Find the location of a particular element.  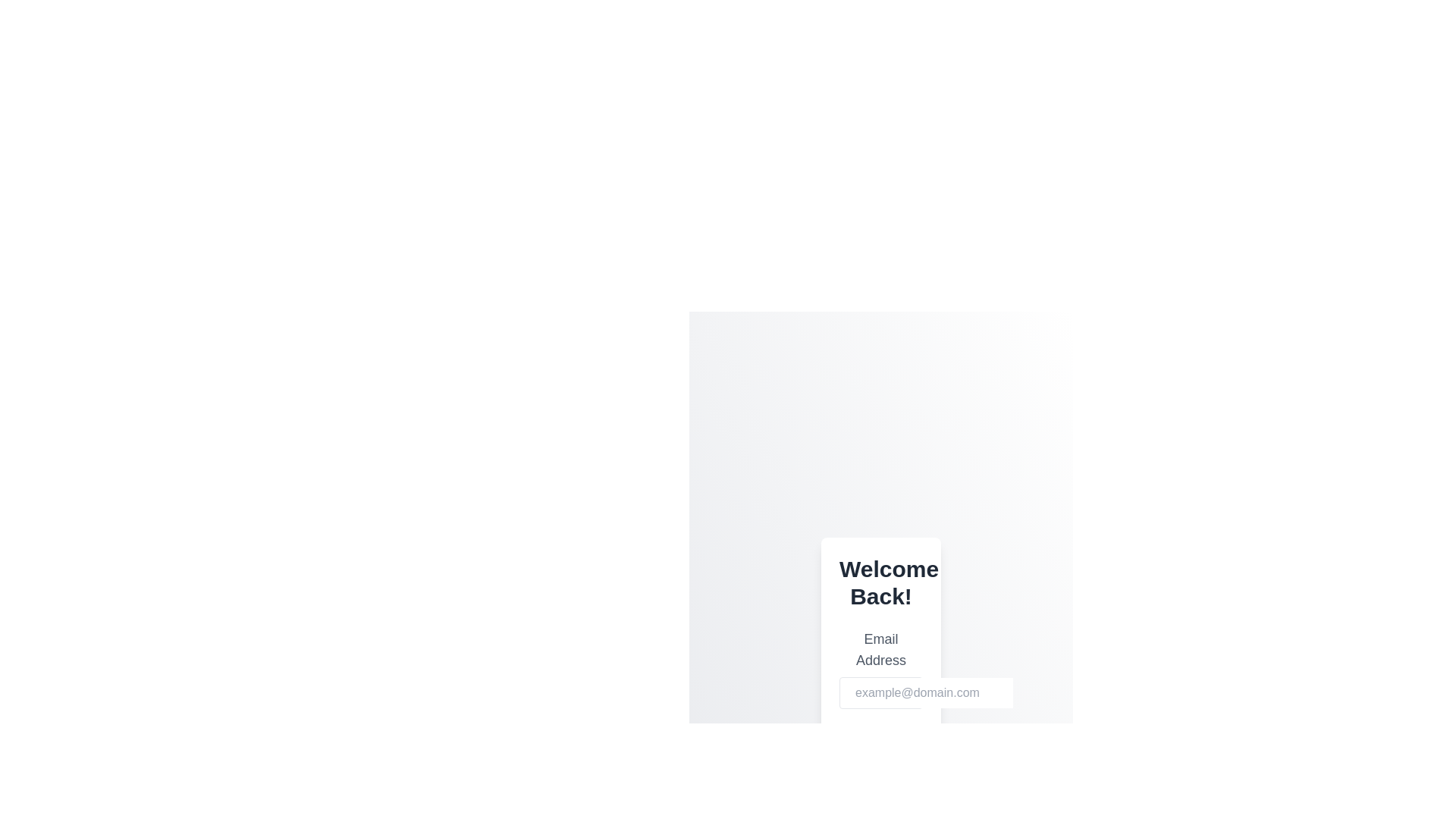

the email input field, which has a light gray background, rounded corners, and displays the placeholder text 'example@domain.com' is located at coordinates (930, 693).